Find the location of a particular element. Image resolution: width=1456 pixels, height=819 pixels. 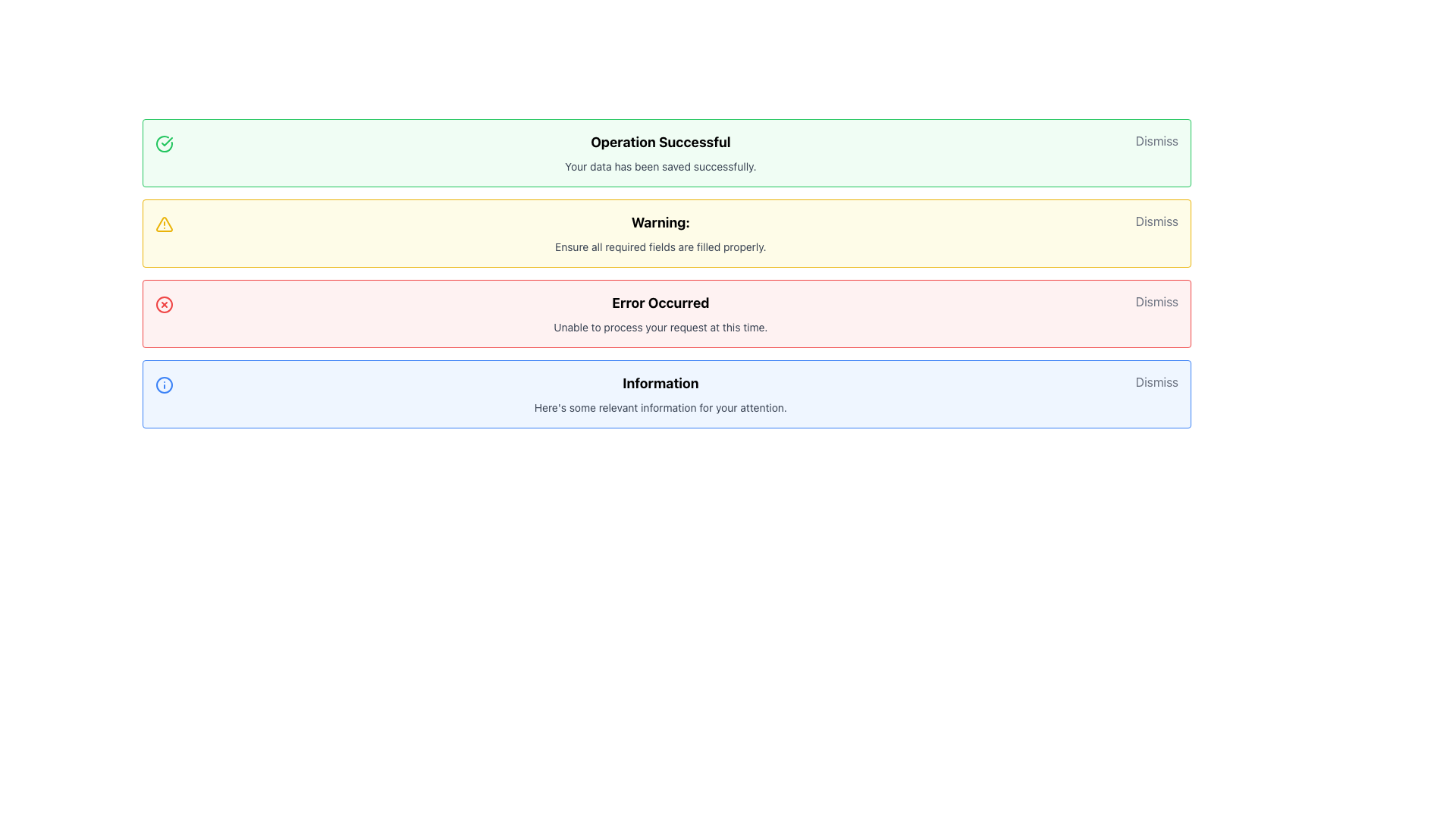

the decorative SVG Circle Element within the fourth notification box labeled 'Information' at the bottom of the interface is located at coordinates (164, 384).